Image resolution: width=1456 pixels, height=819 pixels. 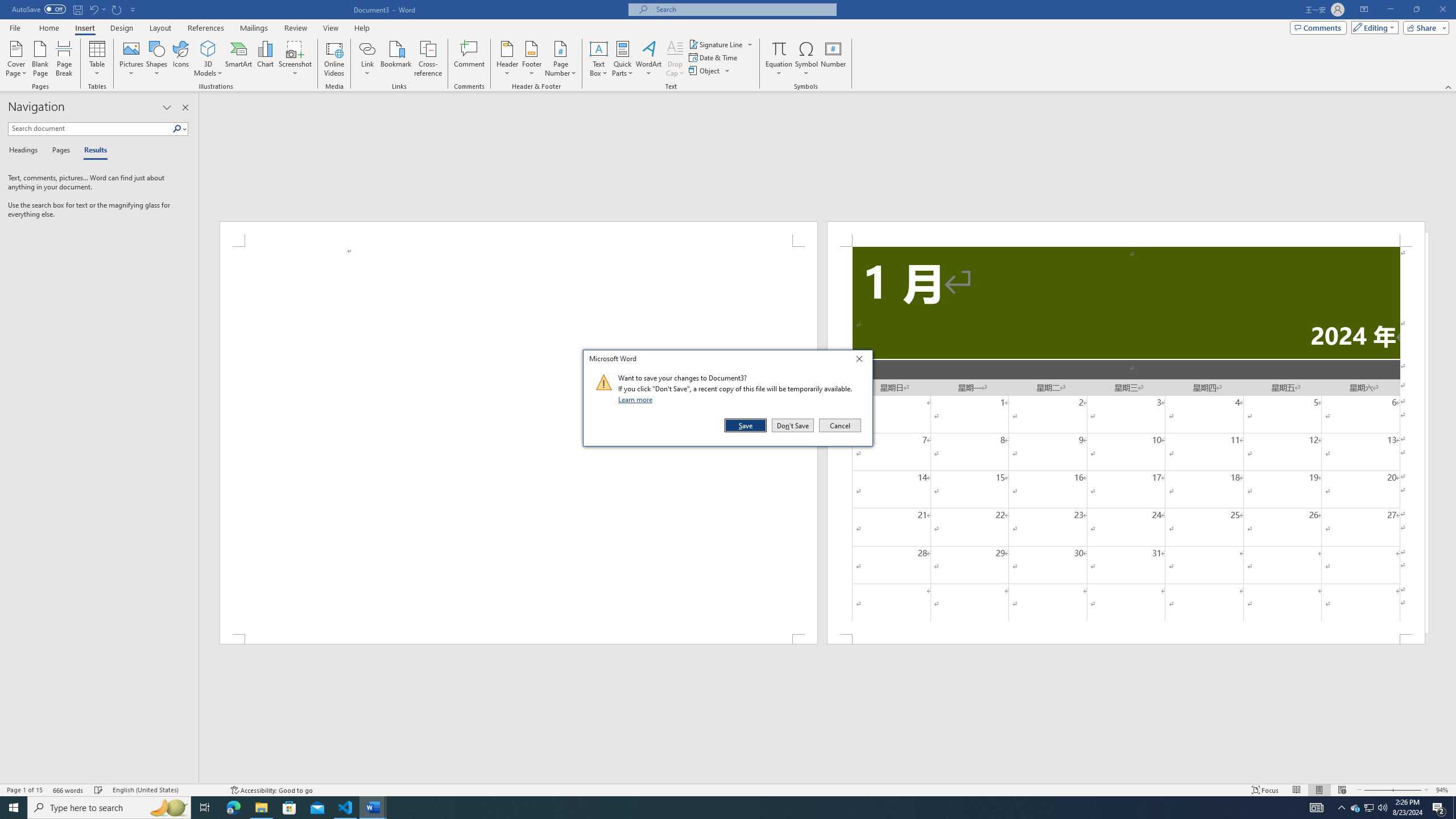 I want to click on 'Equation', so click(x=779, y=59).